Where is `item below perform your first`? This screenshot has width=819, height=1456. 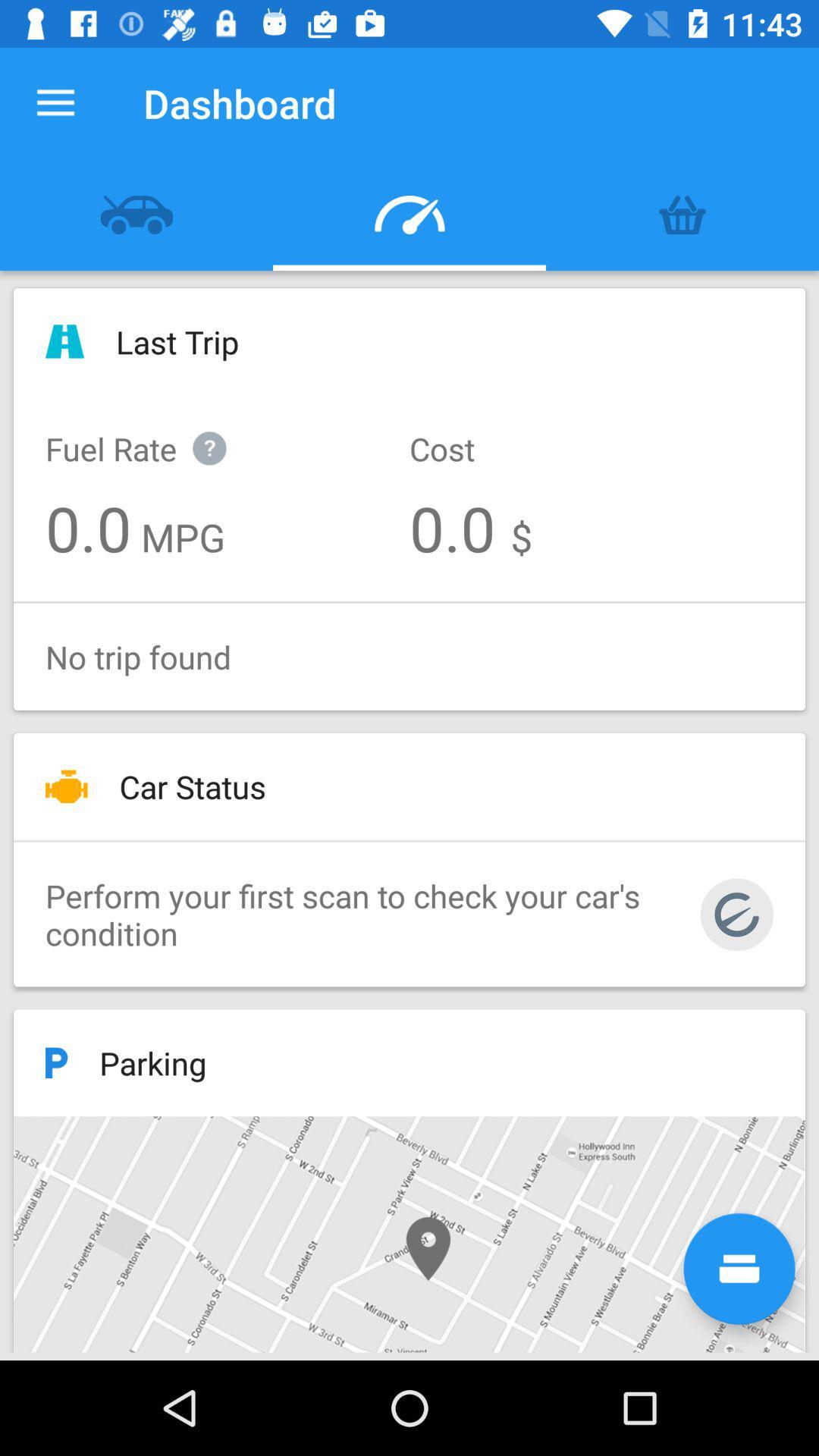 item below perform your first is located at coordinates (739, 1269).